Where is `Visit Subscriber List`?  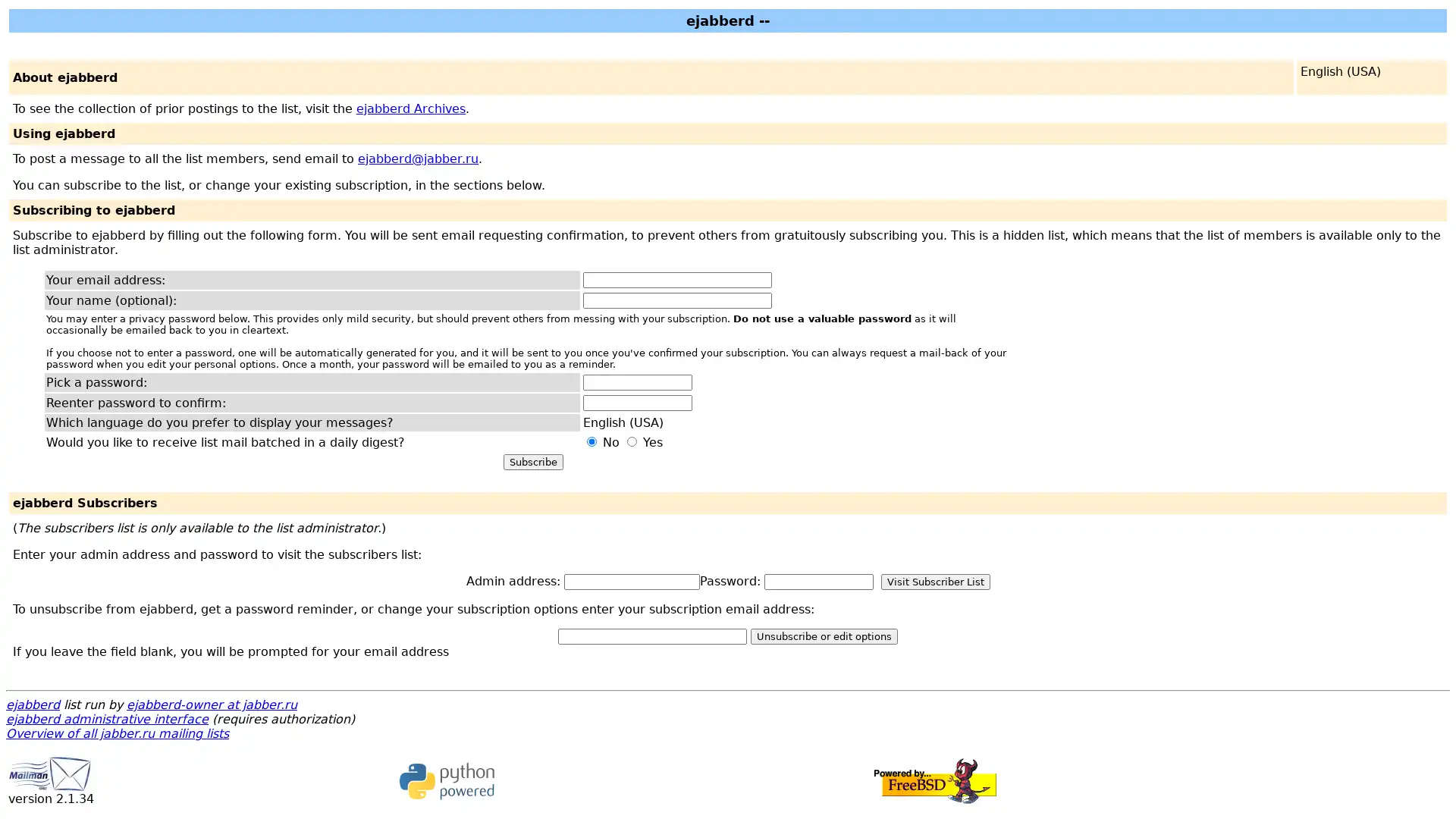 Visit Subscriber List is located at coordinates (934, 581).